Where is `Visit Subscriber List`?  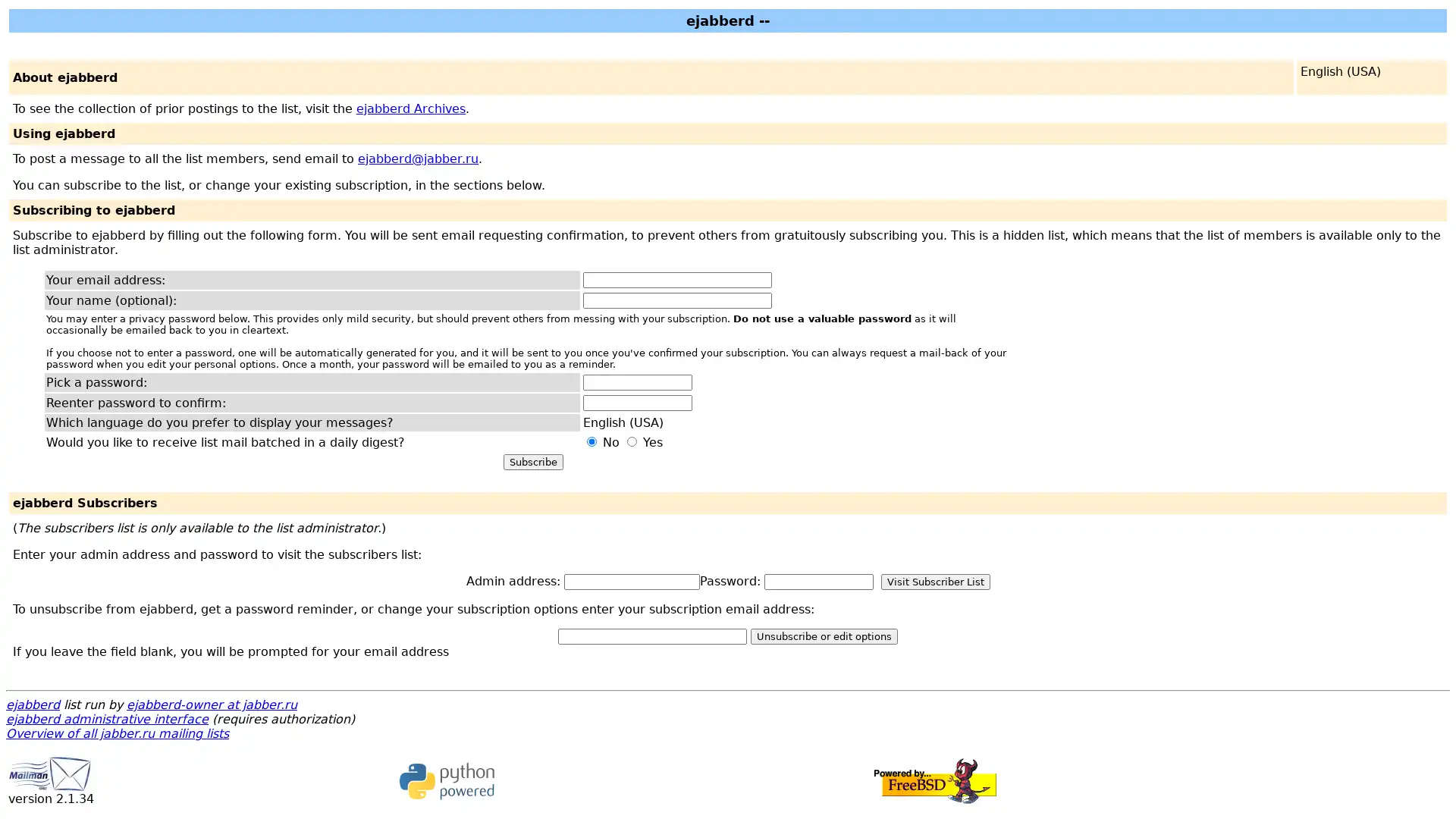 Visit Subscriber List is located at coordinates (934, 581).